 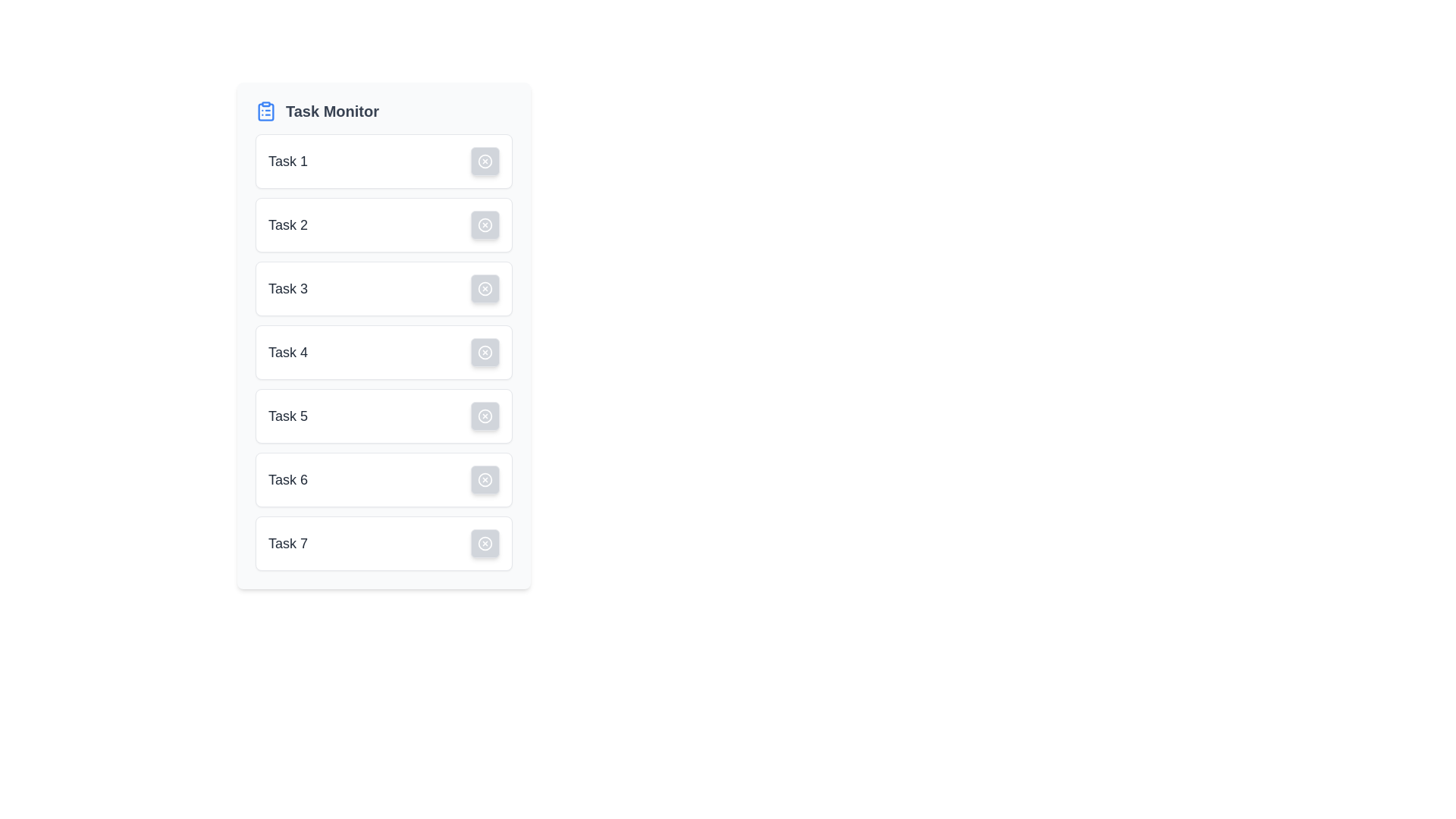 What do you see at coordinates (484, 543) in the screenshot?
I see `the cancel button located at the far-right end of the 'Task 7' row` at bounding box center [484, 543].